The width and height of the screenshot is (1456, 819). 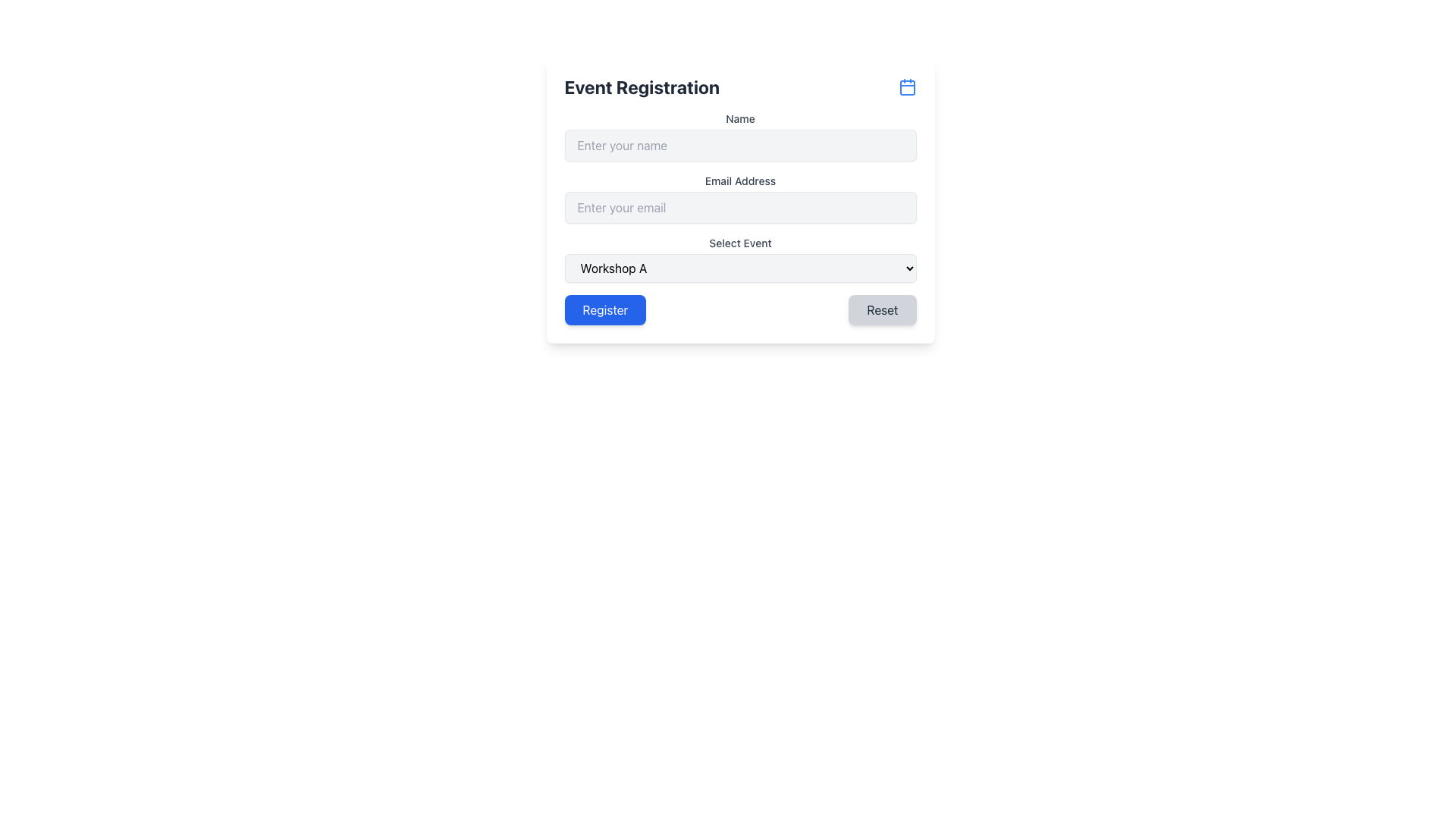 What do you see at coordinates (740, 268) in the screenshot?
I see `an option from the dropdown menu labeled 'Select Event' located in the middle of the form under the 'Email Address' field` at bounding box center [740, 268].